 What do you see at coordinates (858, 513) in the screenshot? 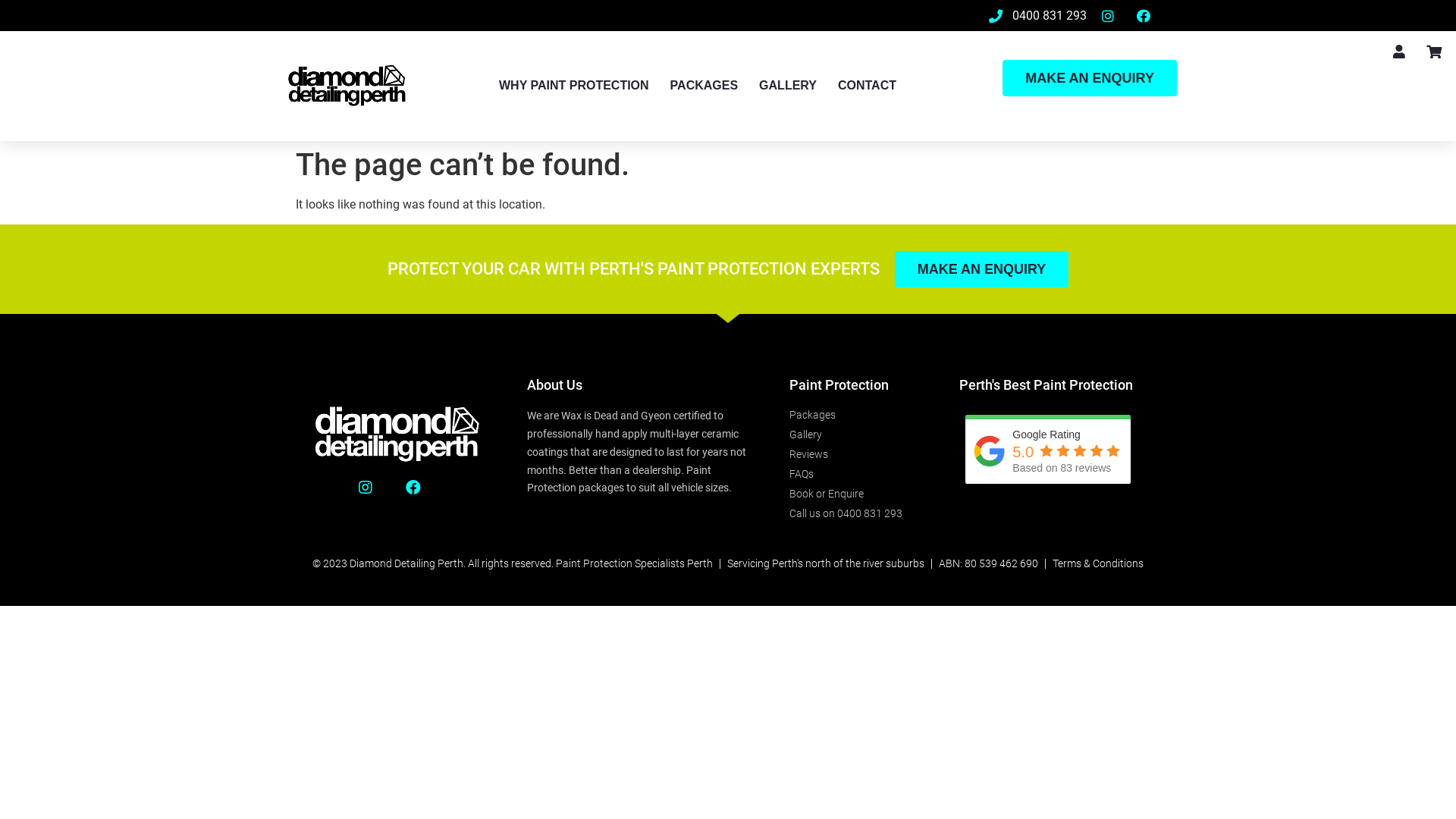
I see `'Call us on 0400 831 293'` at bounding box center [858, 513].